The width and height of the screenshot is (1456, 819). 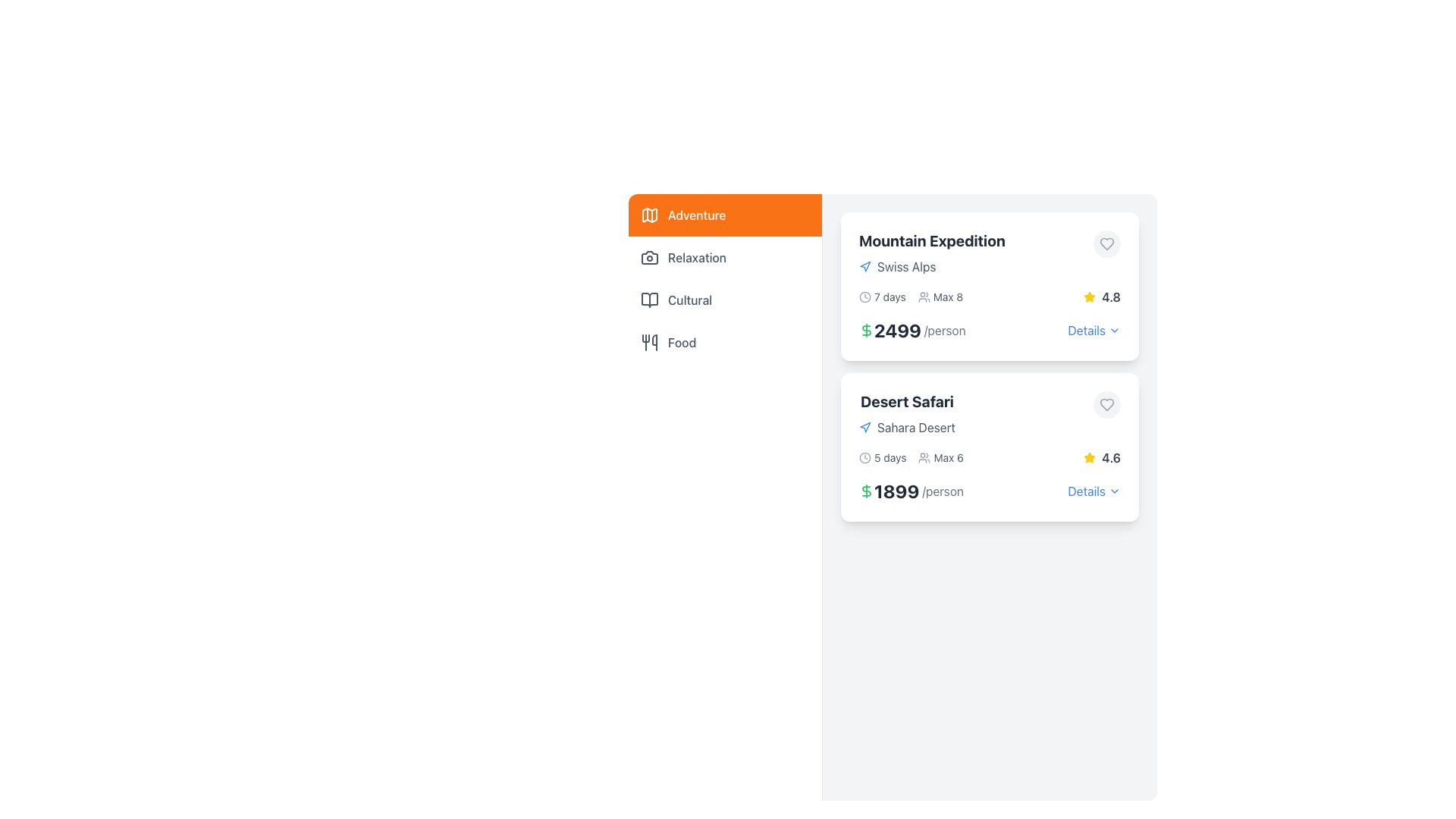 I want to click on the static text label reading 'Max 6', which is styled in light gray and provides supplemental information about trip participants, so click(x=948, y=457).